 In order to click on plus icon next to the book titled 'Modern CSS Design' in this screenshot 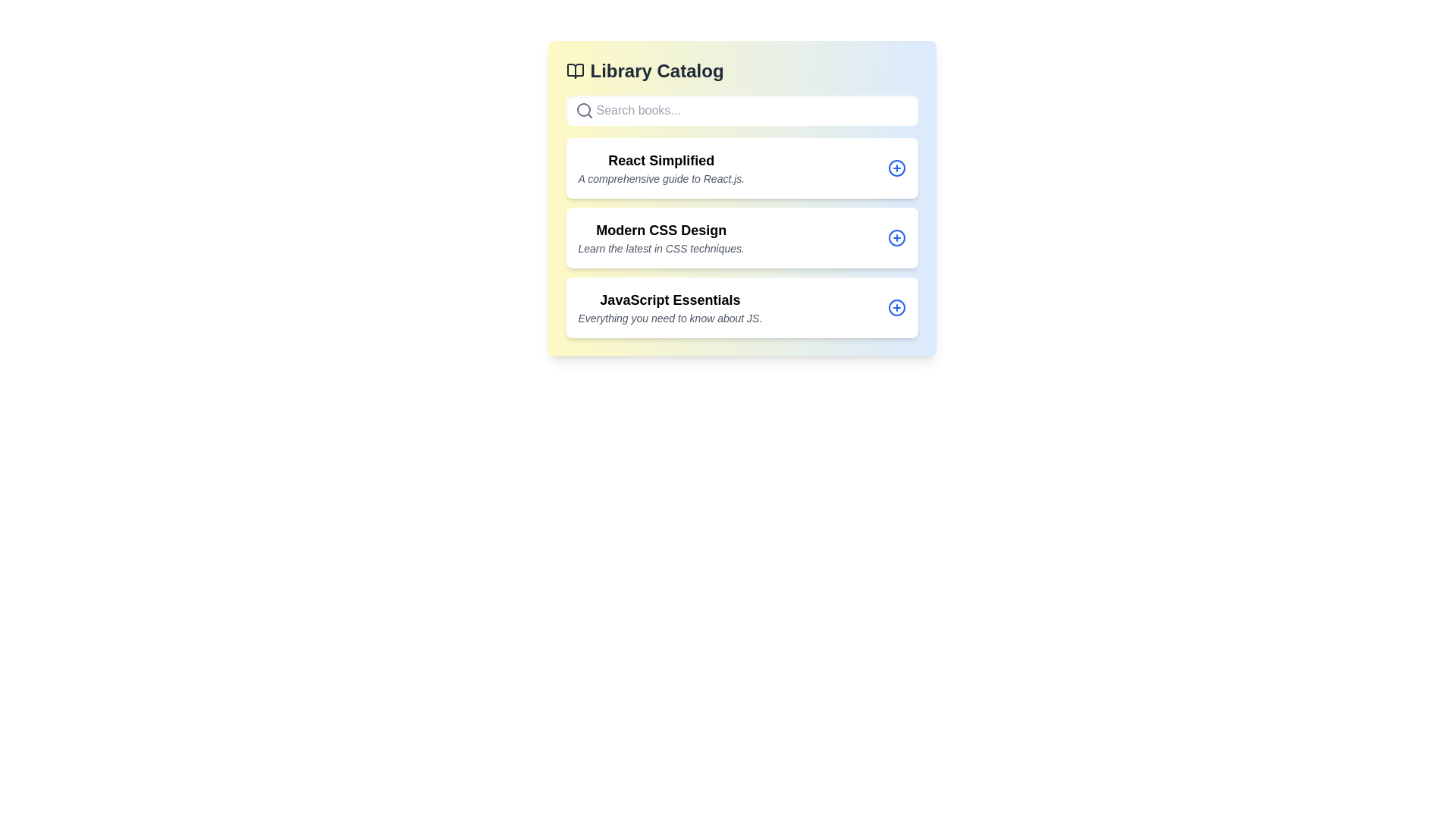, I will do `click(896, 237)`.